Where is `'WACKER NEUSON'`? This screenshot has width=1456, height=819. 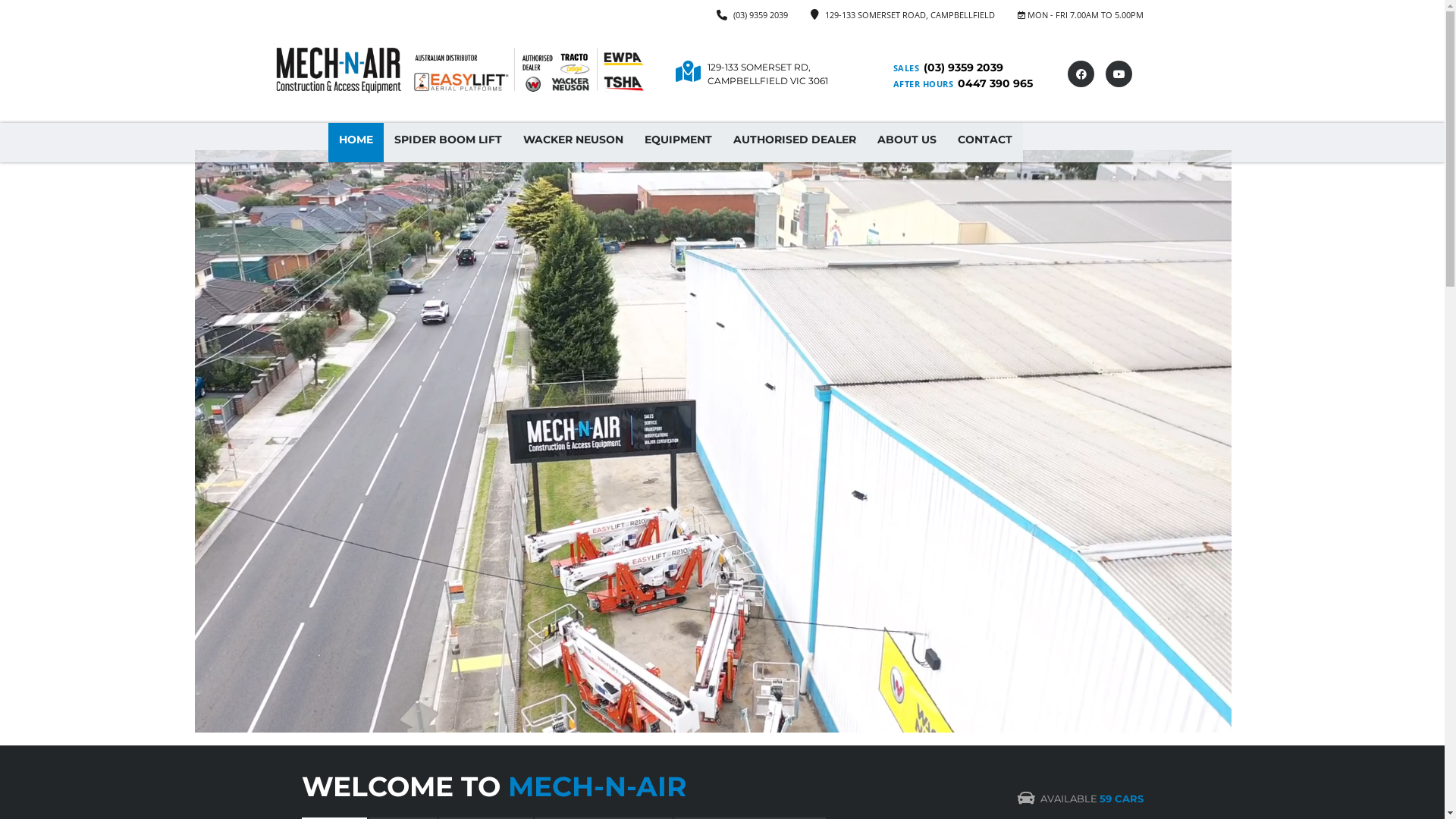 'WACKER NEUSON' is located at coordinates (573, 143).